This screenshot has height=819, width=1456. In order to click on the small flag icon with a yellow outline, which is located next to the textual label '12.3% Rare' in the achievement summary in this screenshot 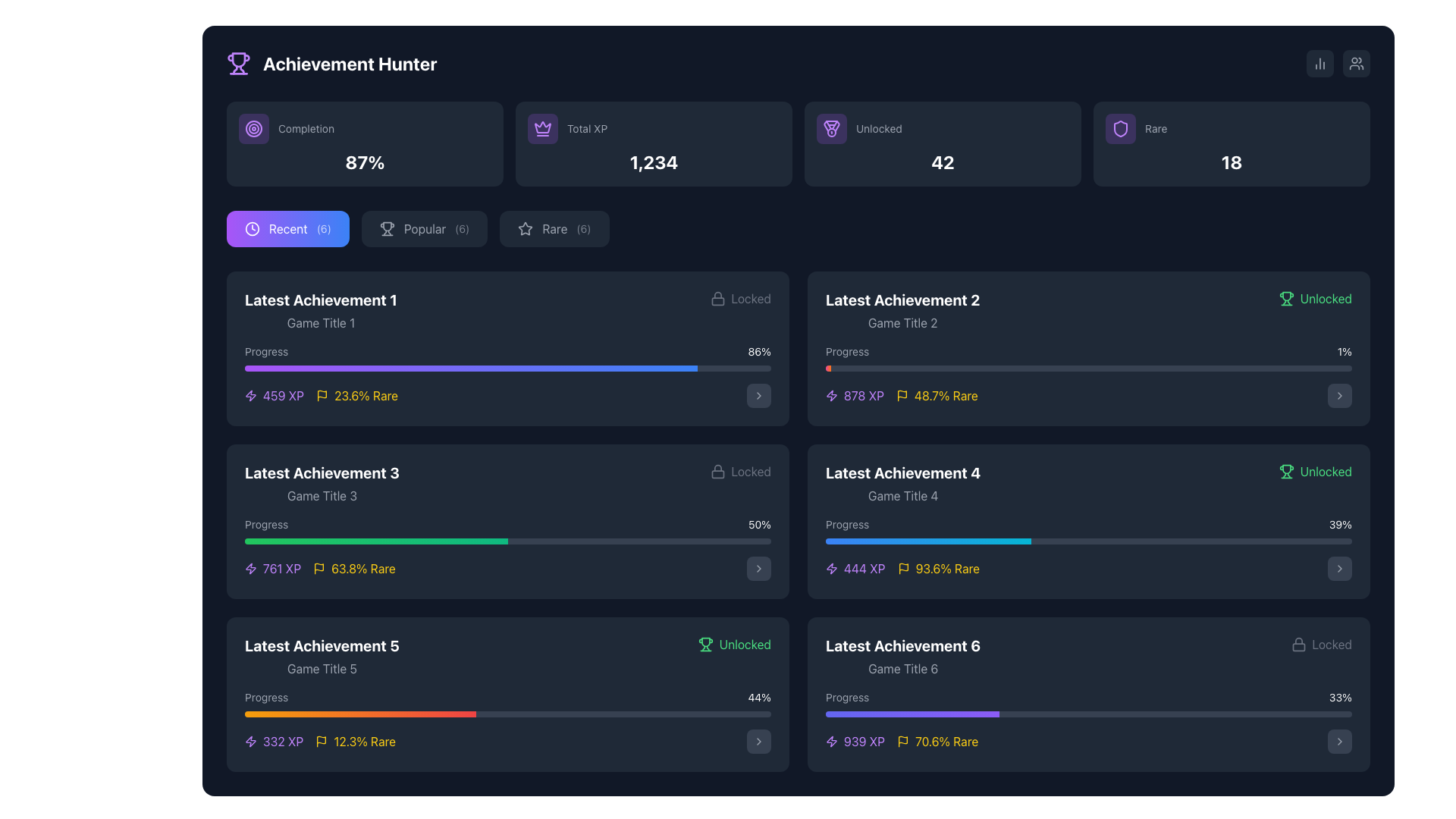, I will do `click(321, 741)`.